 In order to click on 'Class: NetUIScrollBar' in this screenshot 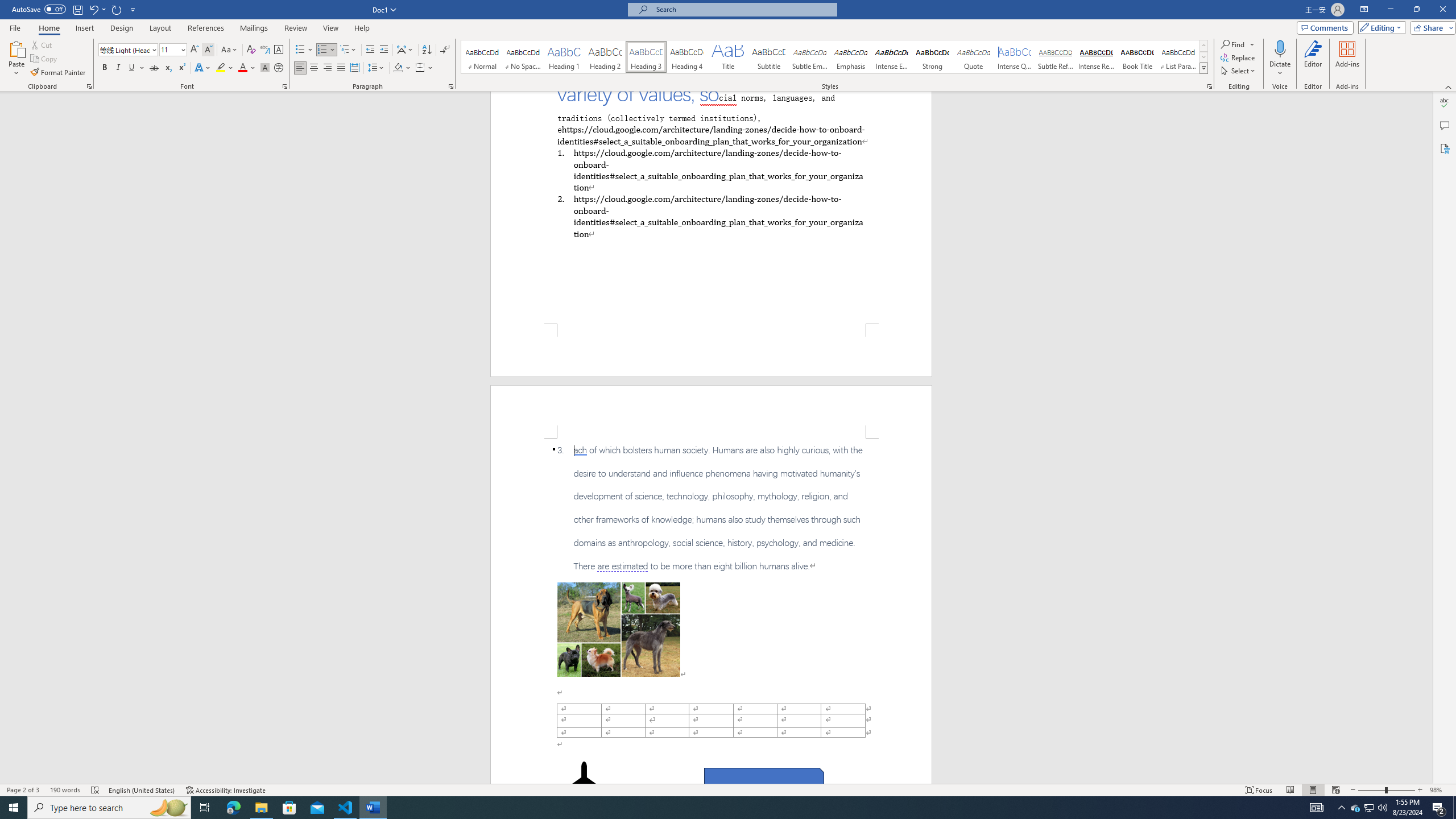, I will do `click(1428, 437)`.